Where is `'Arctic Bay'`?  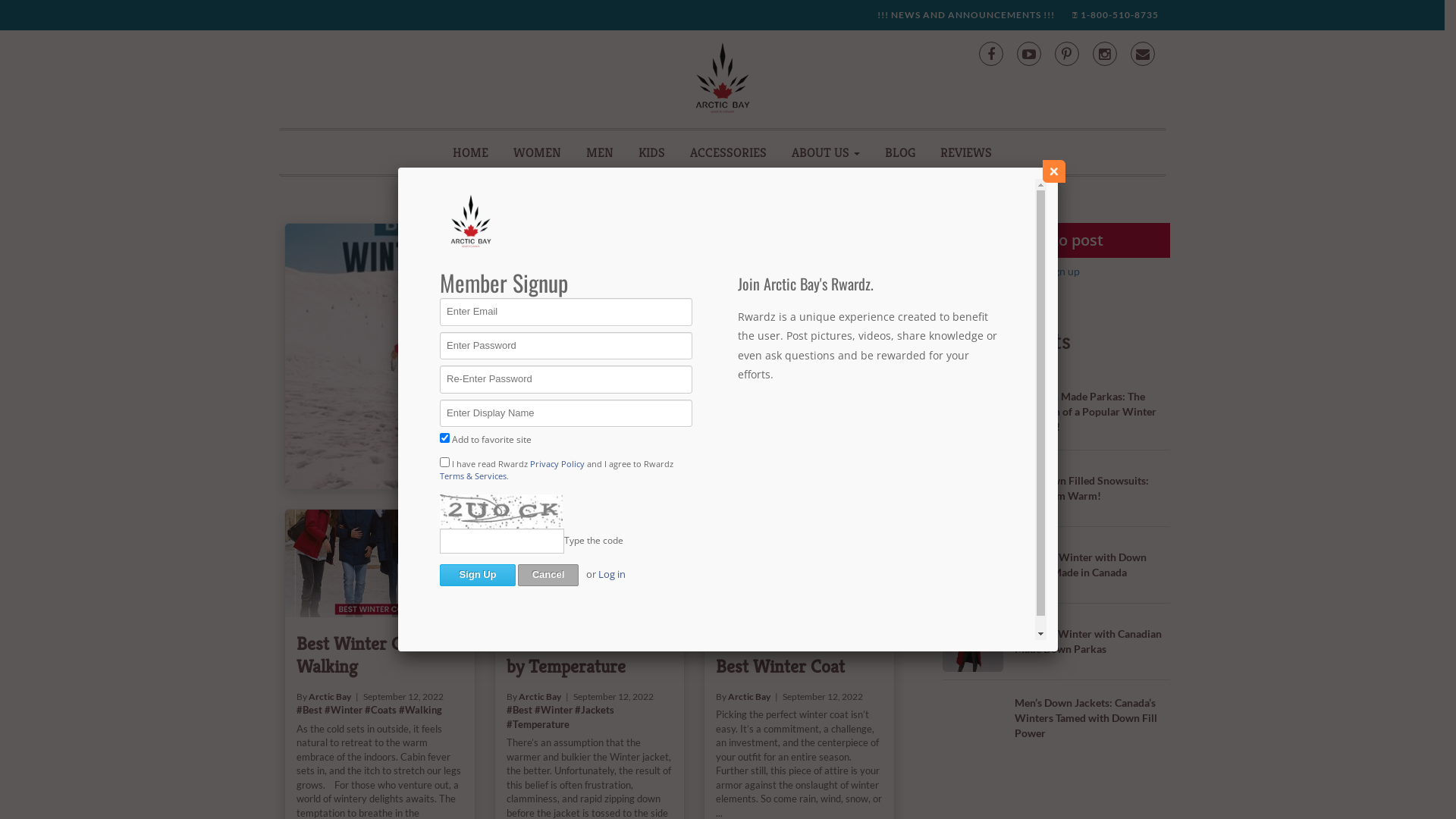 'Arctic Bay' is located at coordinates (749, 696).